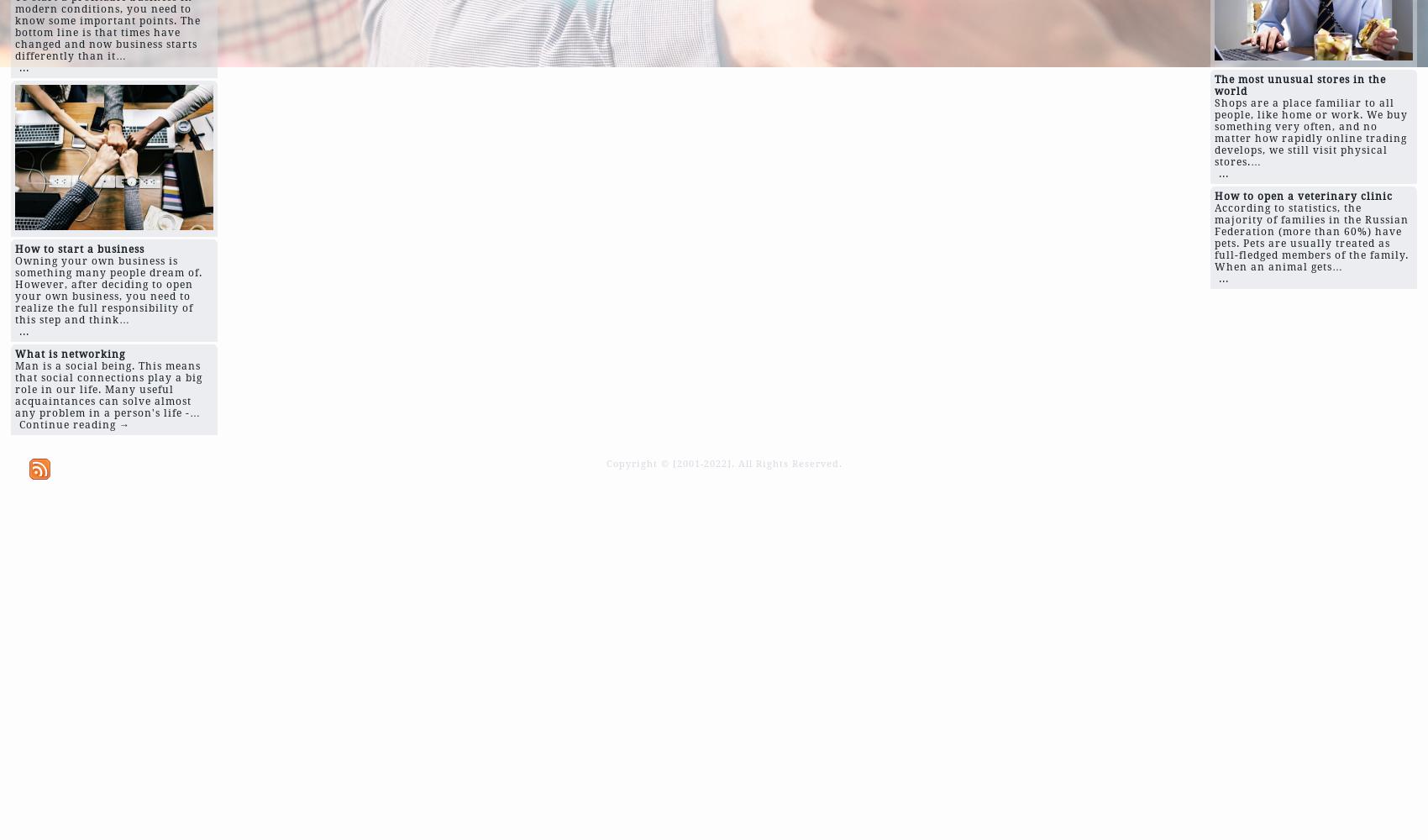 This screenshot has width=1428, height=840. What do you see at coordinates (70, 354) in the screenshot?
I see `'What is networking'` at bounding box center [70, 354].